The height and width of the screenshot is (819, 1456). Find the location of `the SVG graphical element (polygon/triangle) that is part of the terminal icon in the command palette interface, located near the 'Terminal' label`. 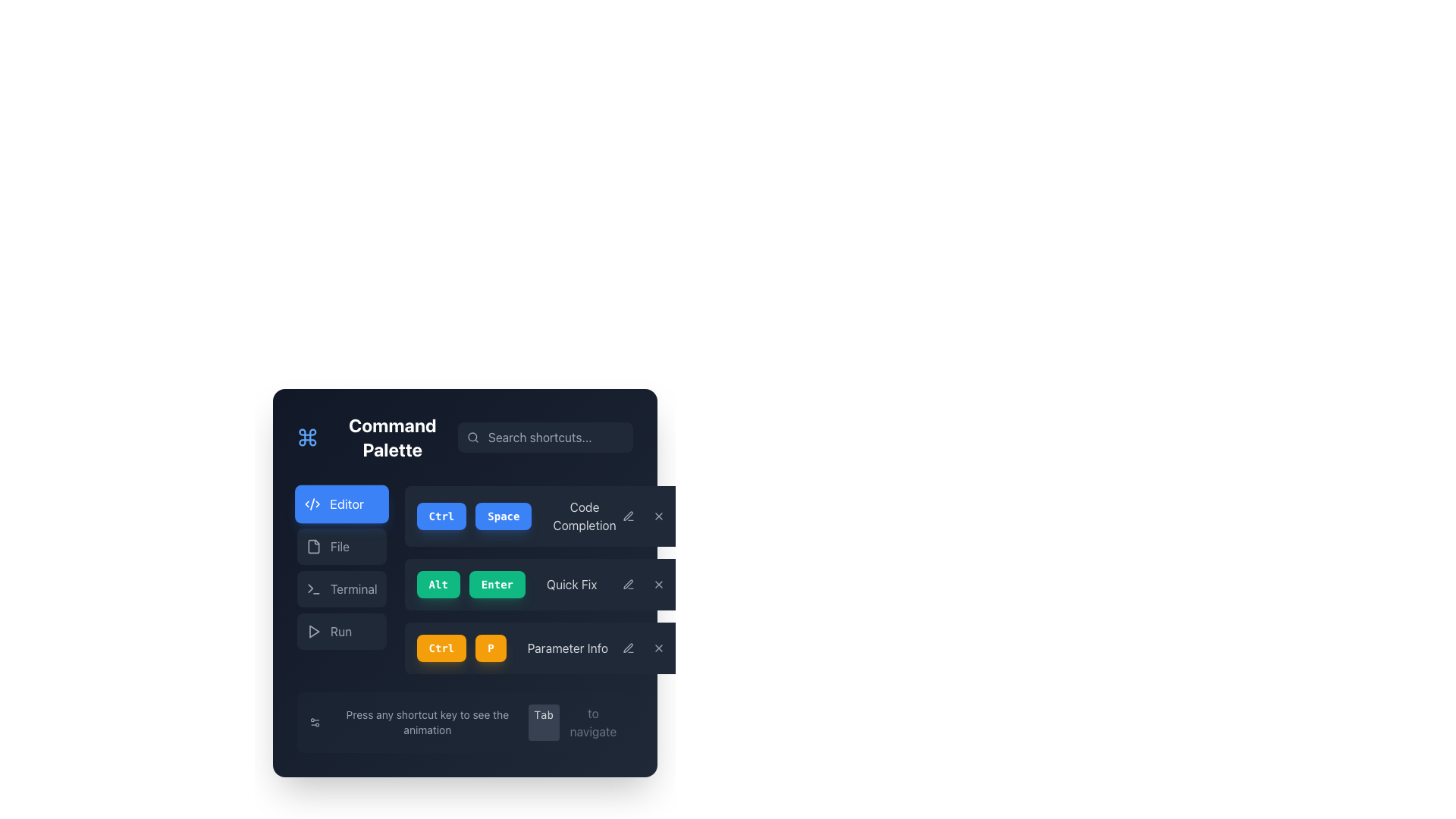

the SVG graphical element (polygon/triangle) that is part of the terminal icon in the command palette interface, located near the 'Terminal' label is located at coordinates (309, 588).